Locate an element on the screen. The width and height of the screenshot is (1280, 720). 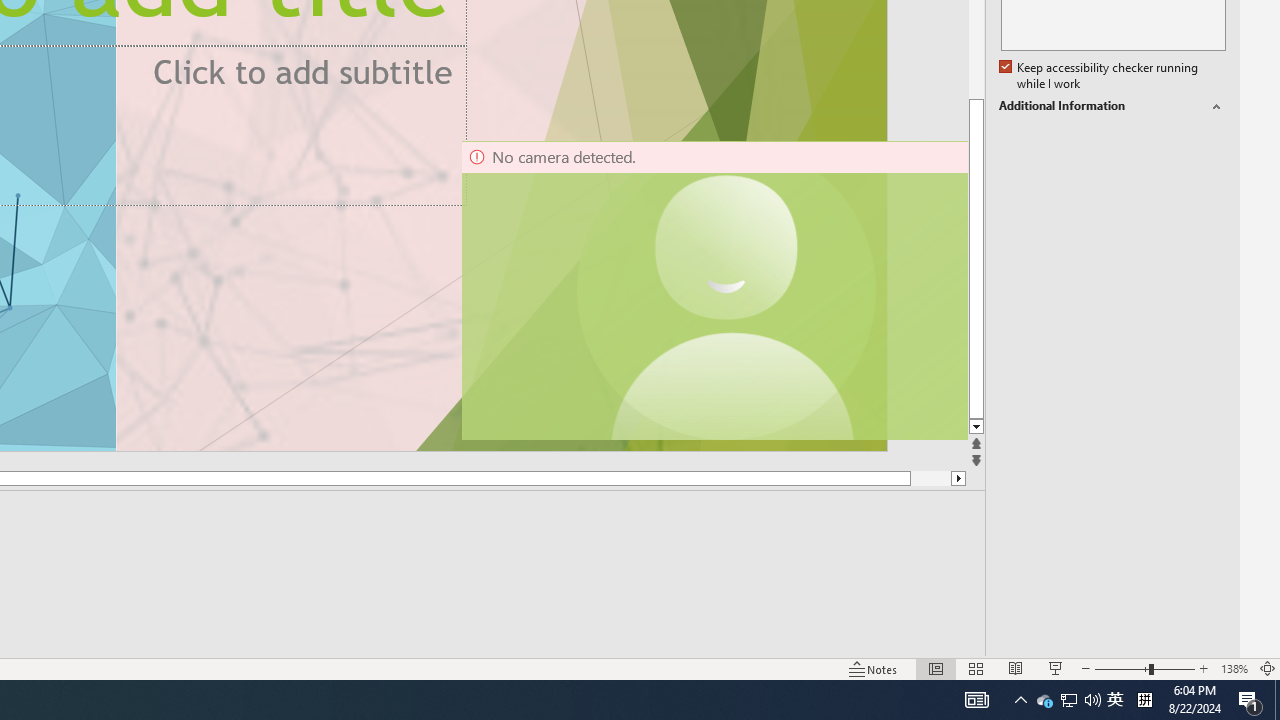
'Camera 11, No camera detected.' is located at coordinates (726, 290).